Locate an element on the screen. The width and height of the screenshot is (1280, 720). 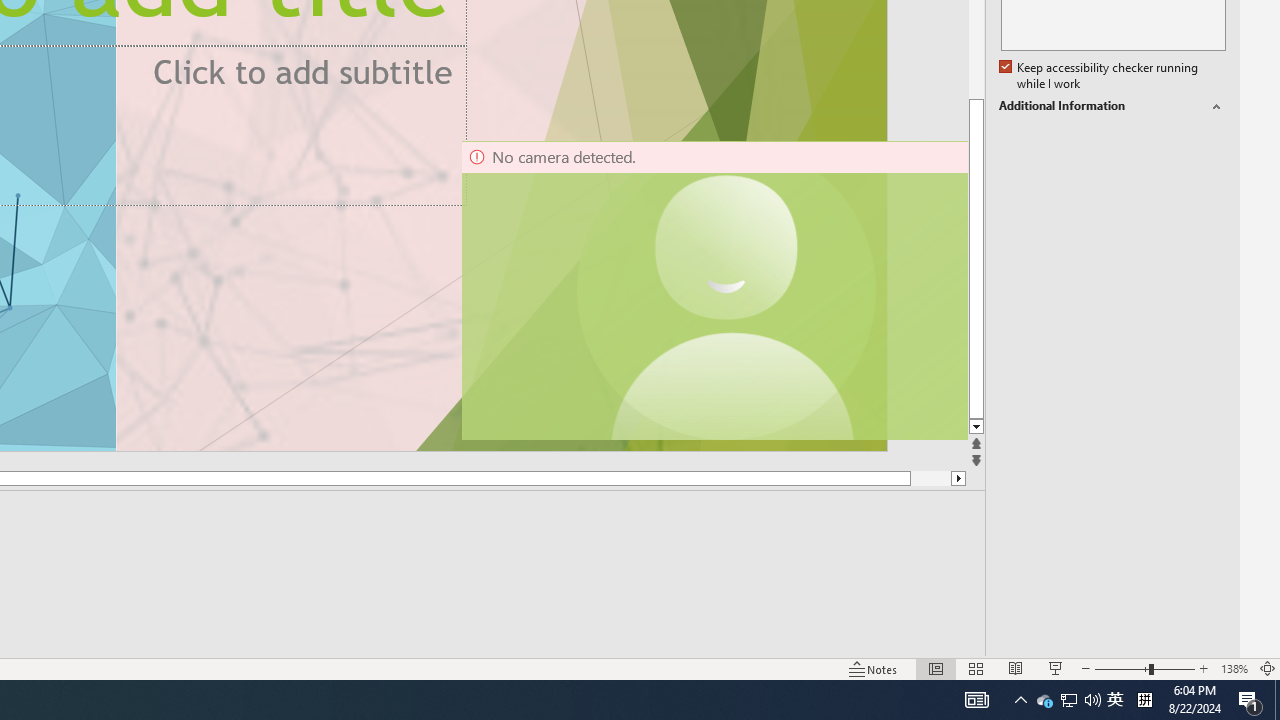
'Camera 11, No camera detected.' is located at coordinates (726, 290).